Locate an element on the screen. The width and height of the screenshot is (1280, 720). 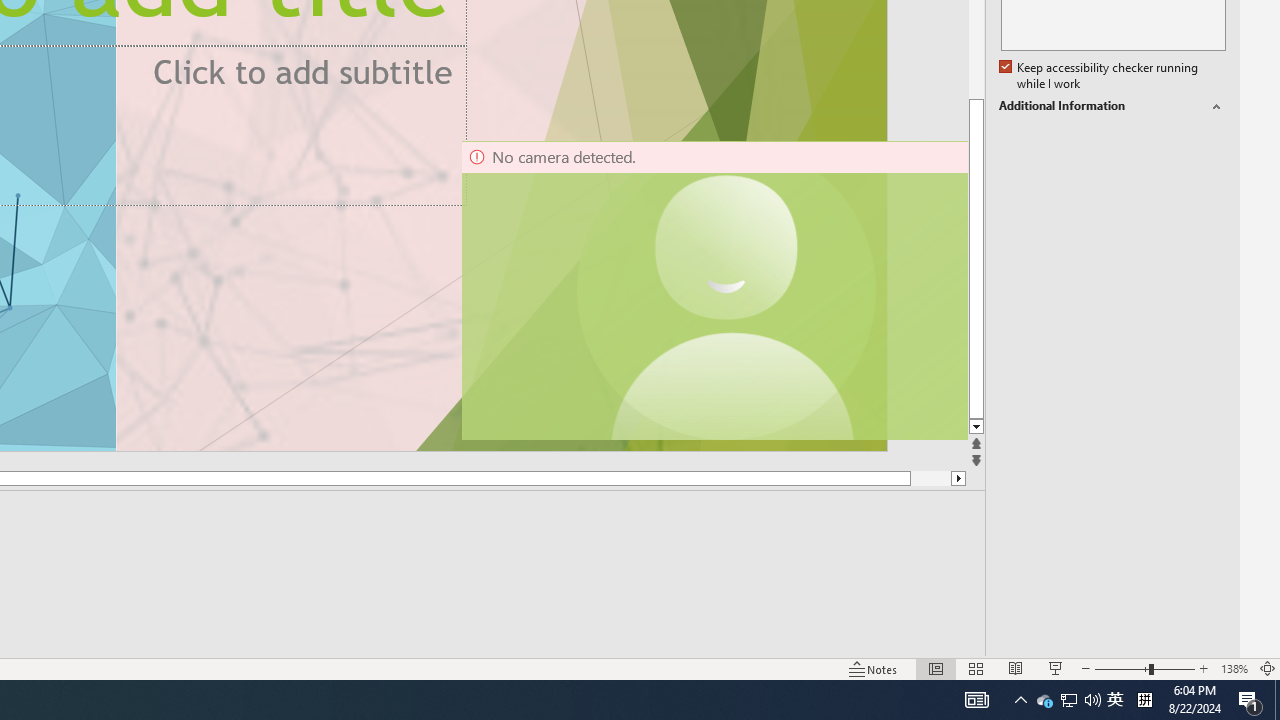
'Camera 11, No camera detected.' is located at coordinates (726, 290).